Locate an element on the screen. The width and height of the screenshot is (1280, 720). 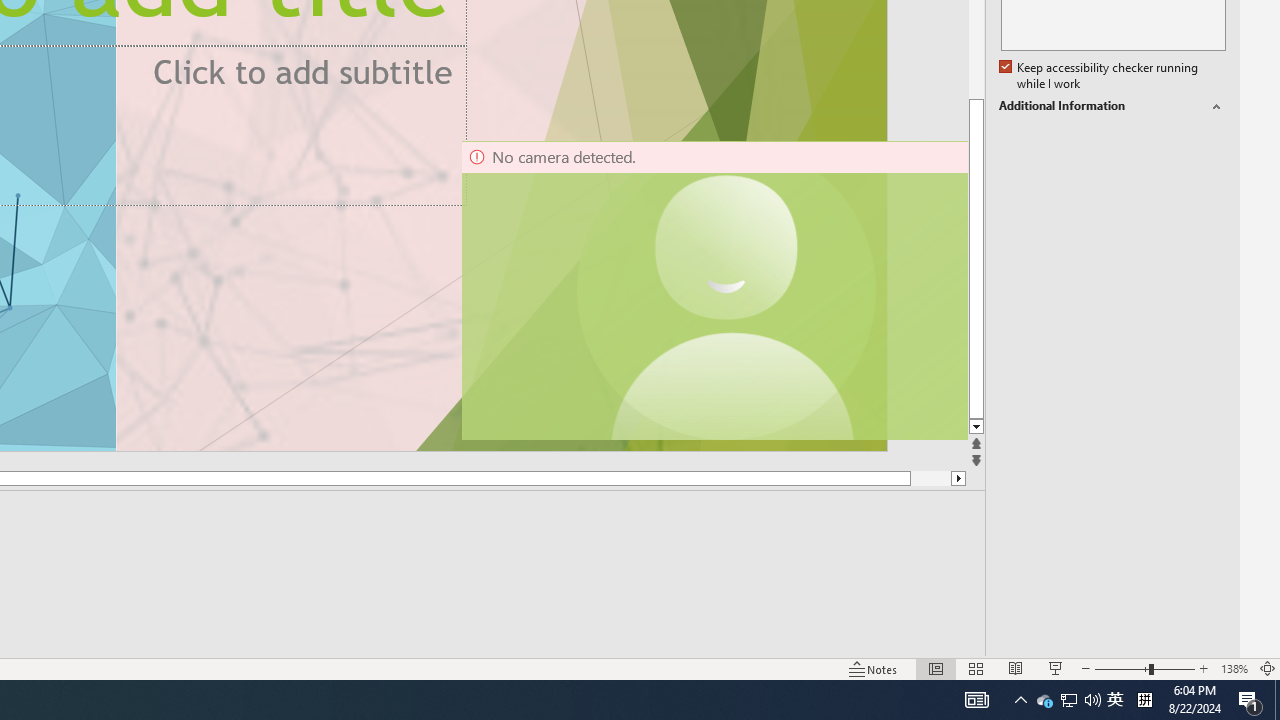
'Camera 11, No camera detected.' is located at coordinates (726, 290).